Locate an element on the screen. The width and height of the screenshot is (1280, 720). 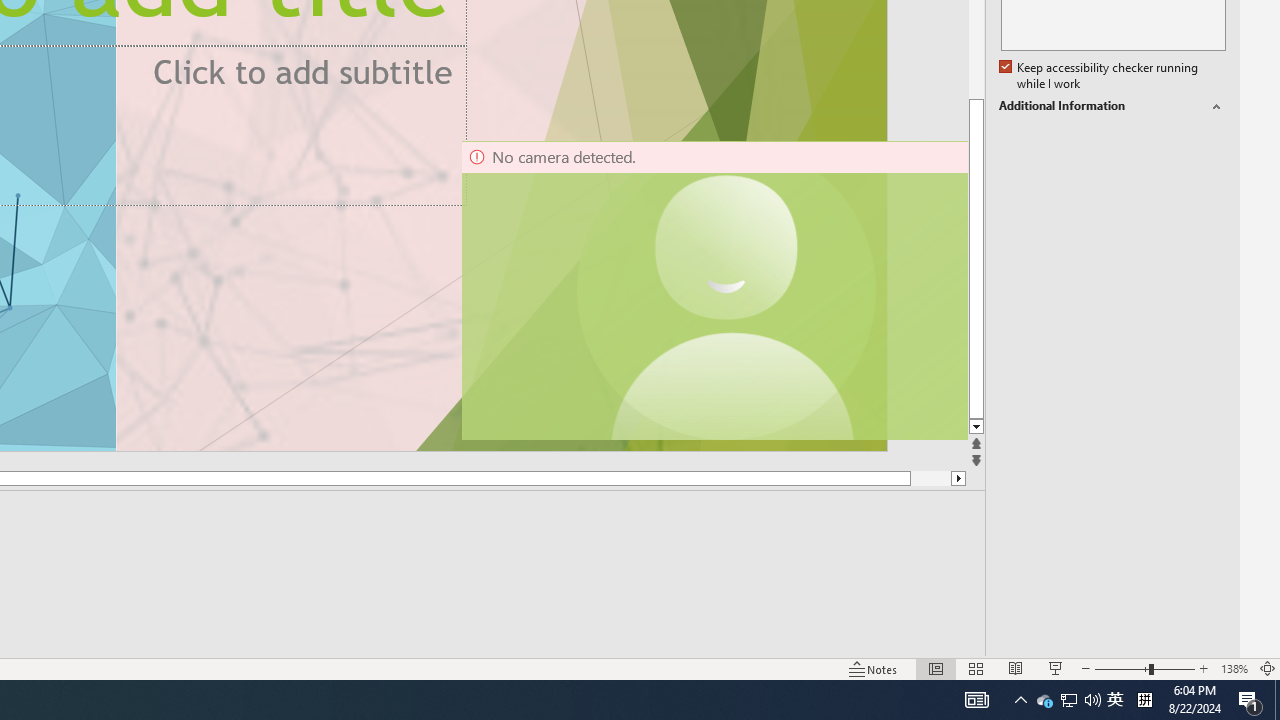
'Camera 11, No camera detected.' is located at coordinates (726, 290).